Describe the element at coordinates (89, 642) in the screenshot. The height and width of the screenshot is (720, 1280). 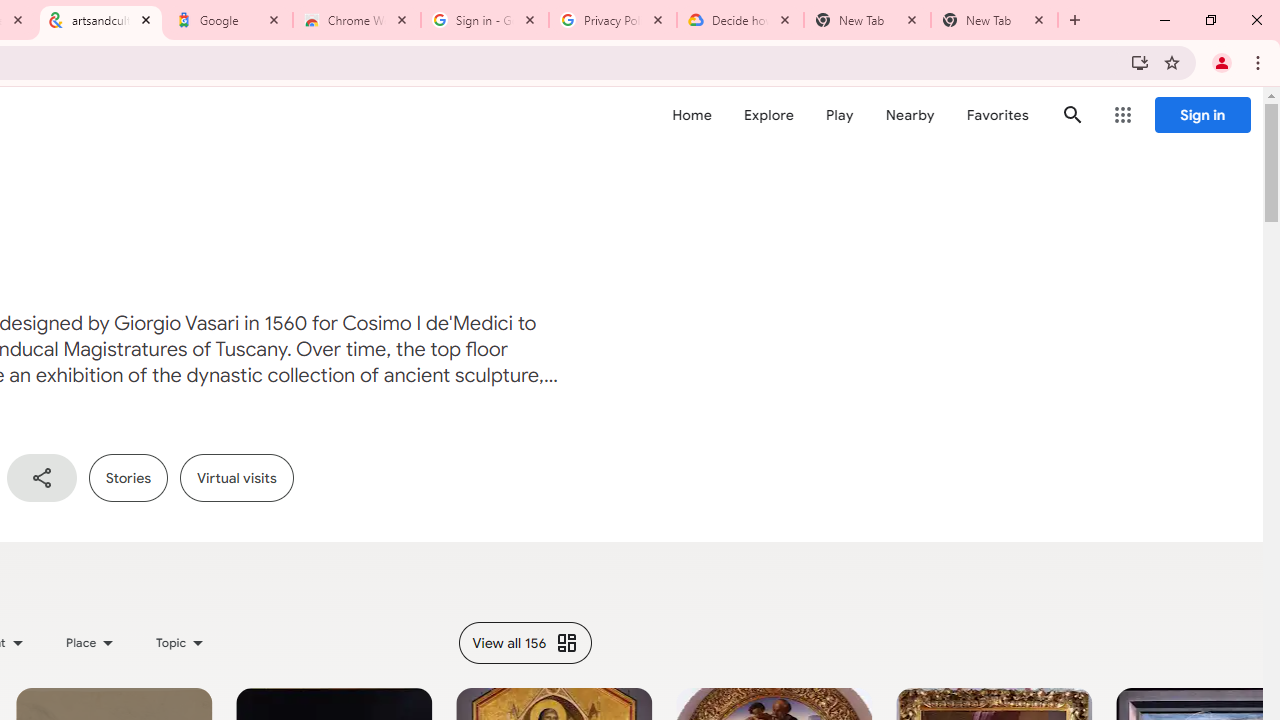
I see `'Place'` at that location.